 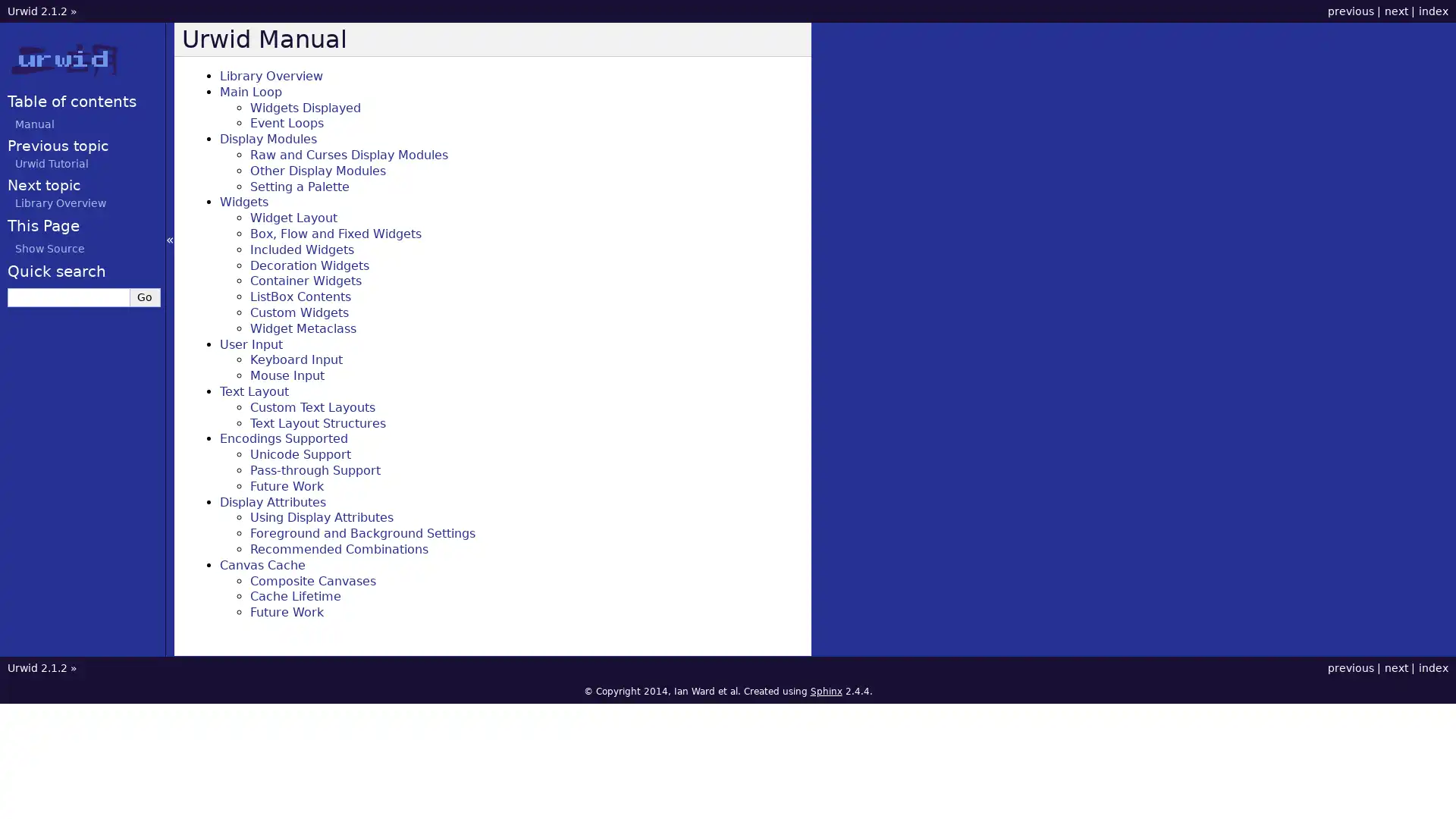 What do you see at coordinates (145, 297) in the screenshot?
I see `Go` at bounding box center [145, 297].